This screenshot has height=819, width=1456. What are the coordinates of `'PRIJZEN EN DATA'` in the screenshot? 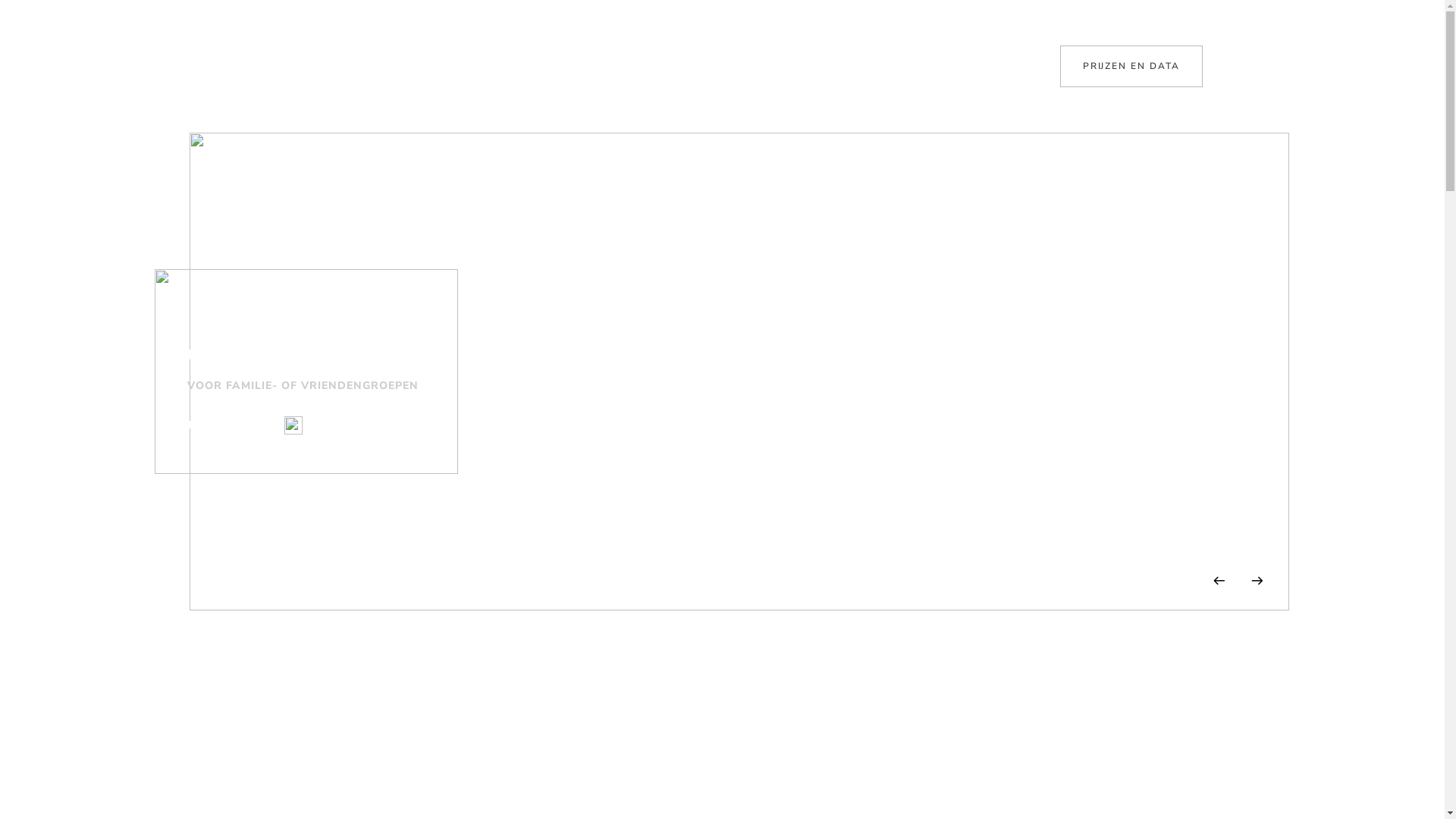 It's located at (1131, 65).